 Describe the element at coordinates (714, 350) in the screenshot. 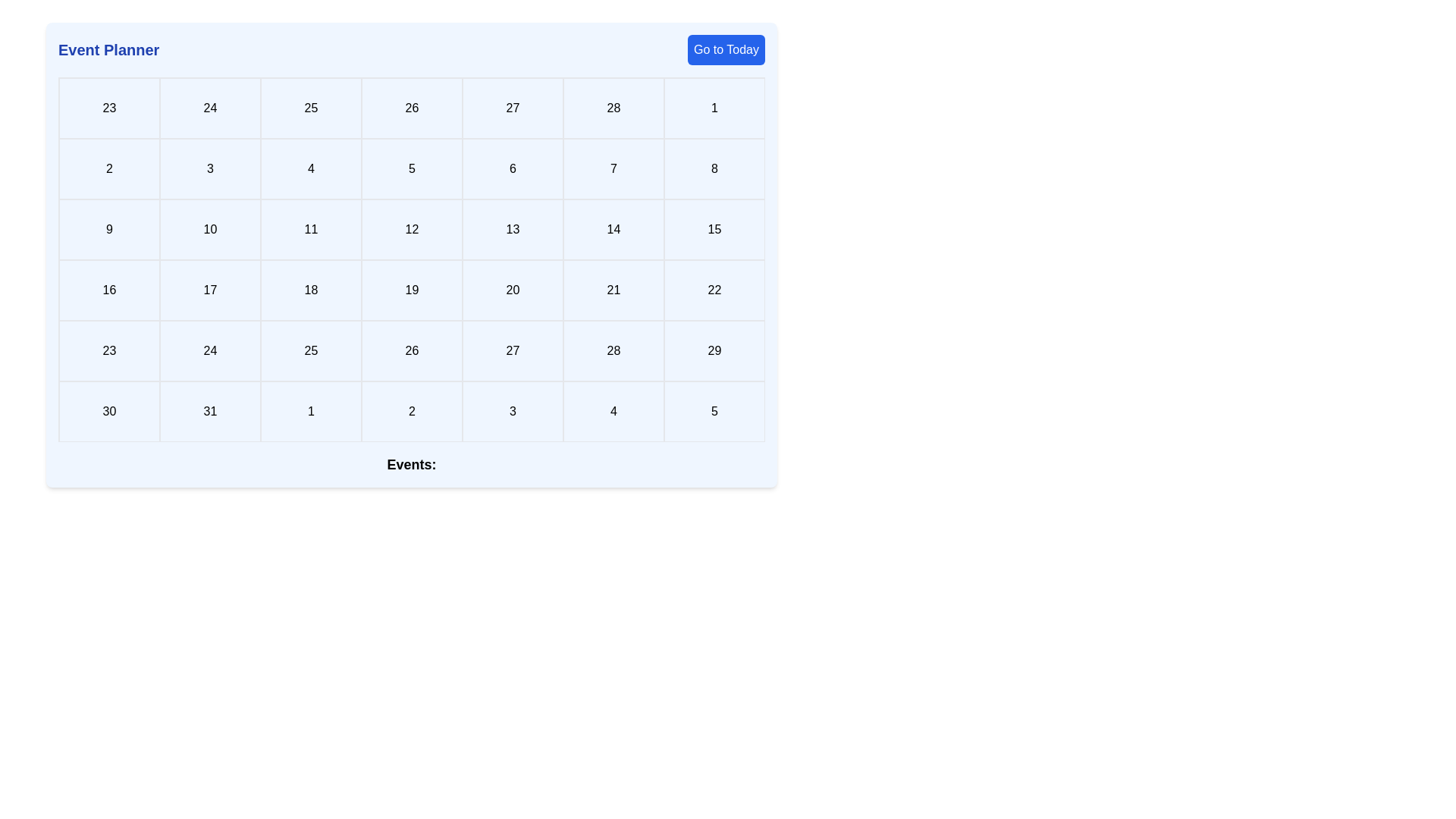

I see `the calendar grid cell displaying the number '29'` at that location.